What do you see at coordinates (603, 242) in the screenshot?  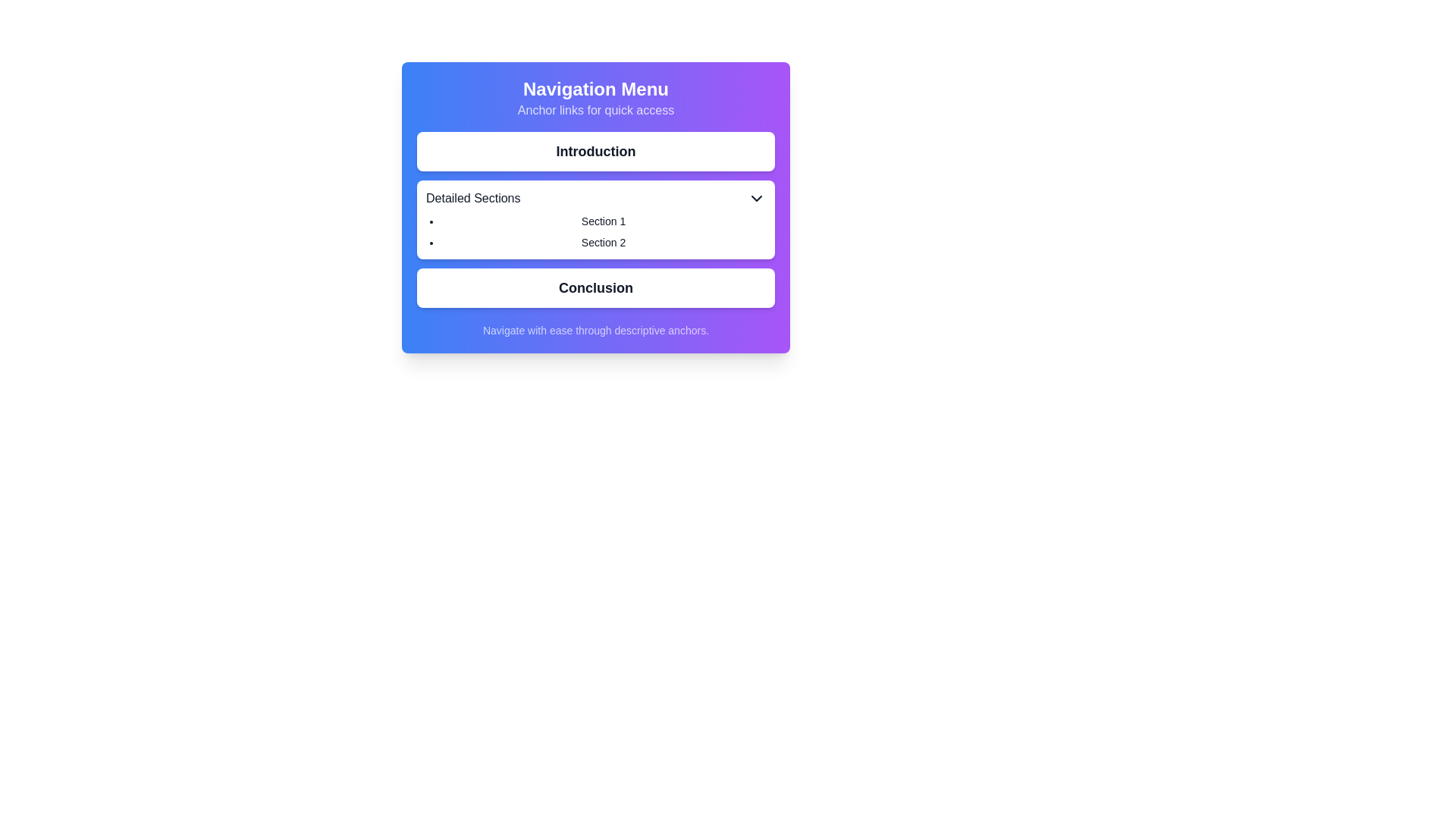 I see `the second entry in the indented list under 'Detailed Sections', which serves as a clickable anchor for navigation purposes` at bounding box center [603, 242].